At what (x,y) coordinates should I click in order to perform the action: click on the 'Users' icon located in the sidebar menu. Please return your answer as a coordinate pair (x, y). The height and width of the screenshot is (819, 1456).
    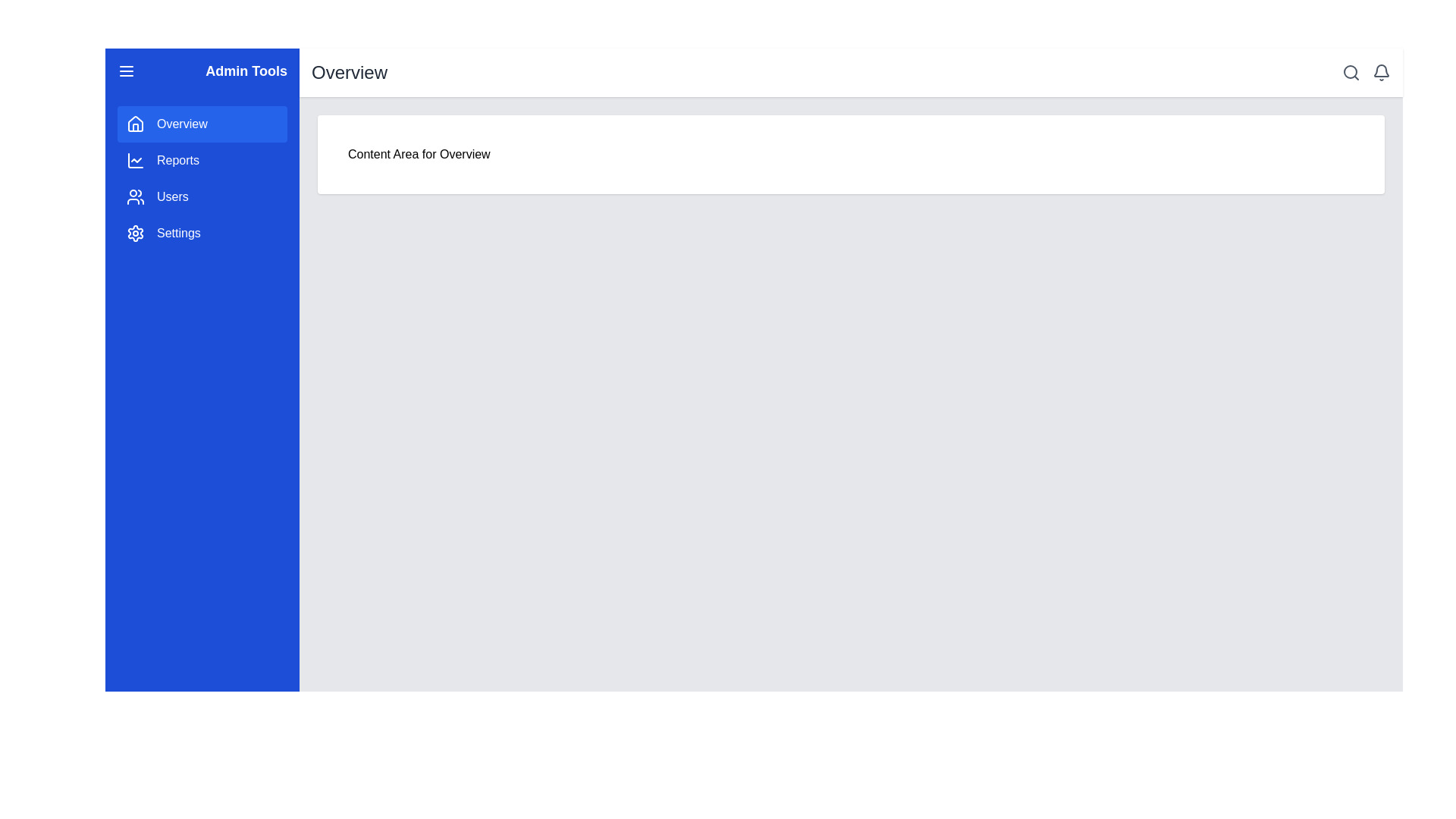
    Looking at the image, I should click on (135, 196).